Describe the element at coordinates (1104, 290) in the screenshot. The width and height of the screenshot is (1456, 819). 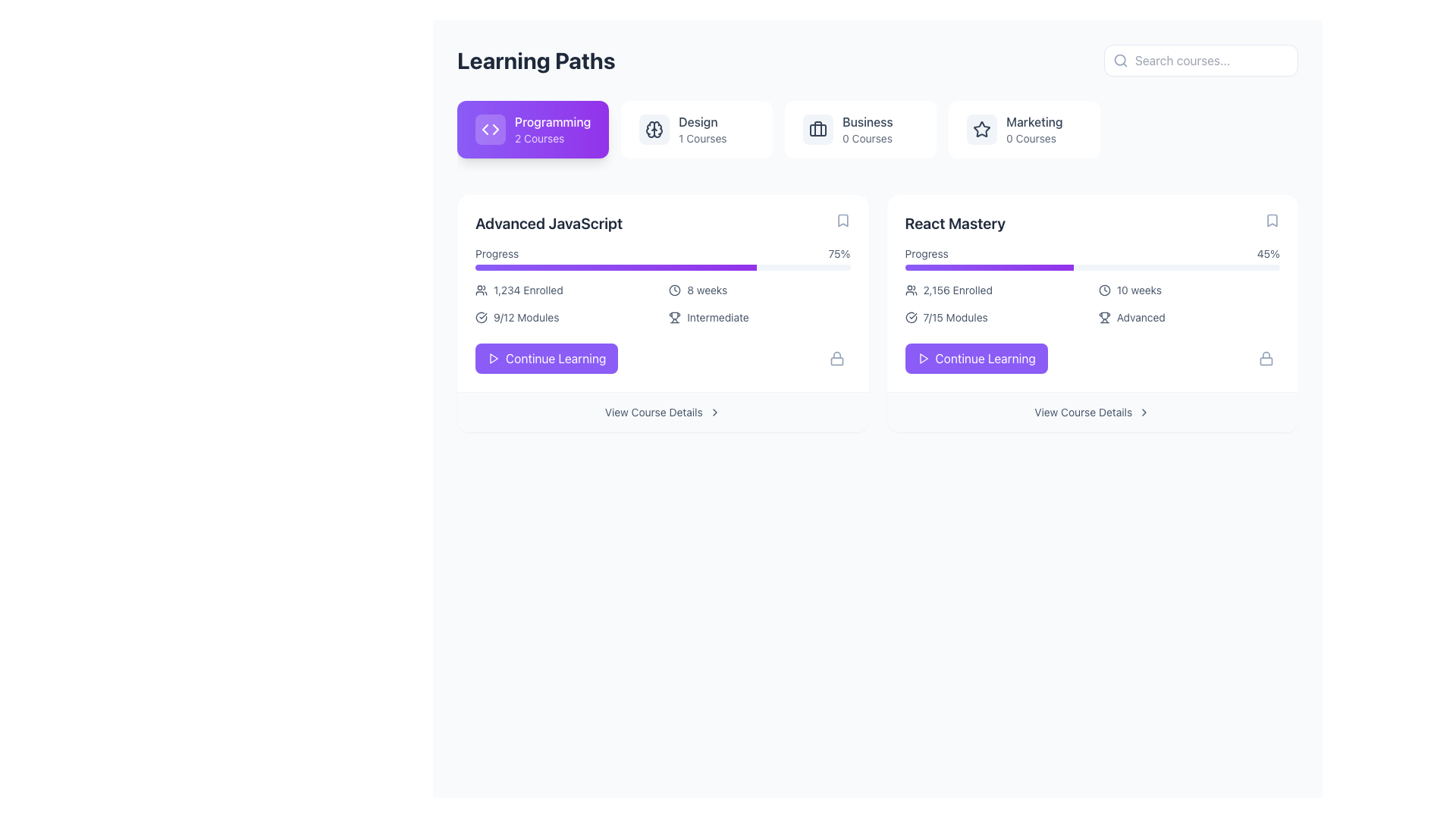
I see `the small clock icon located to the left of the text '10 weeks' in the 'React Mastery' section, which is part of a card box highlighting course details` at that location.